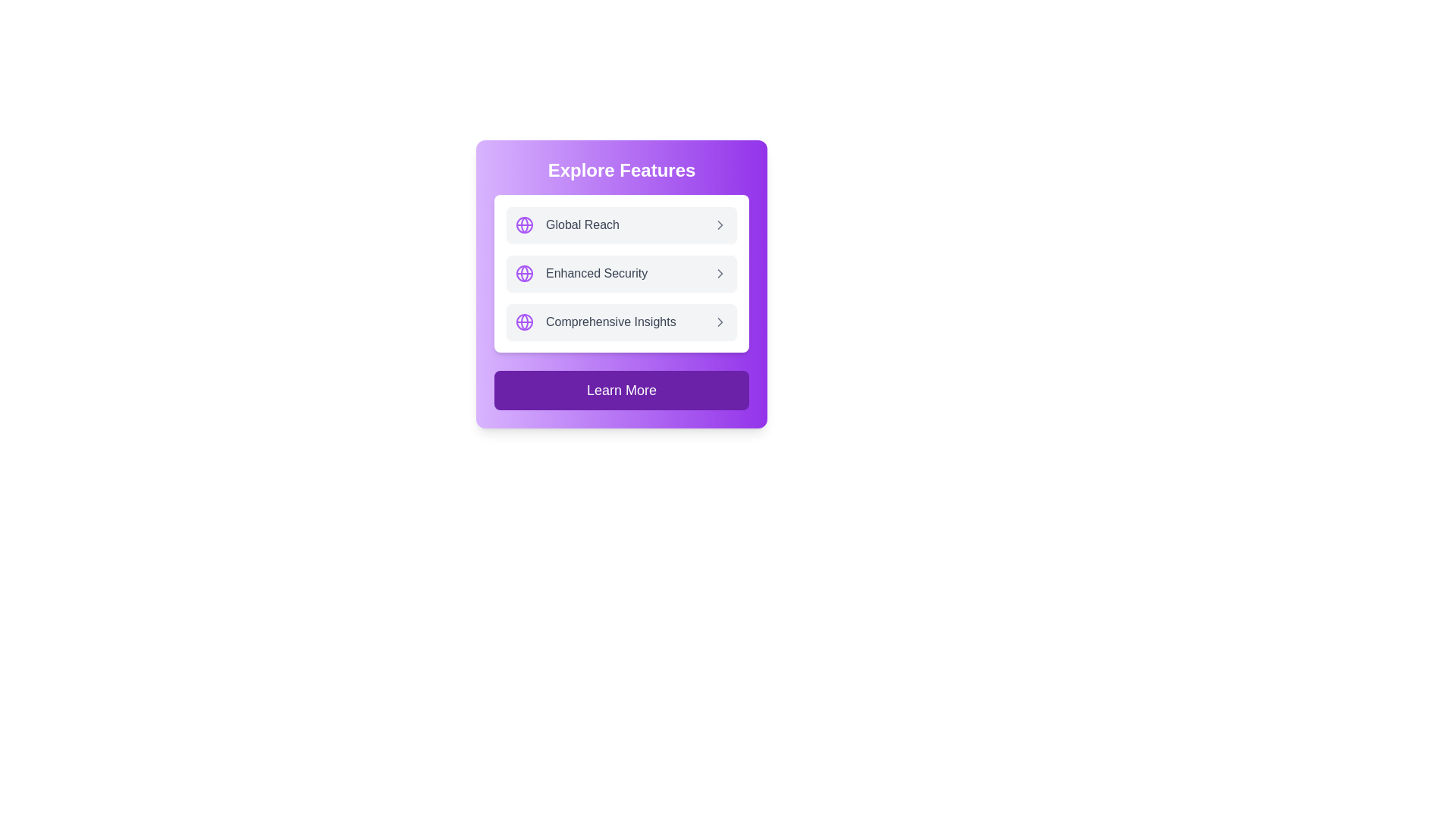  Describe the element at coordinates (622, 321) in the screenshot. I see `the third item in the vertical list under the 'Explore Features' section, which leads to 'Comprehensive Insights'` at that location.